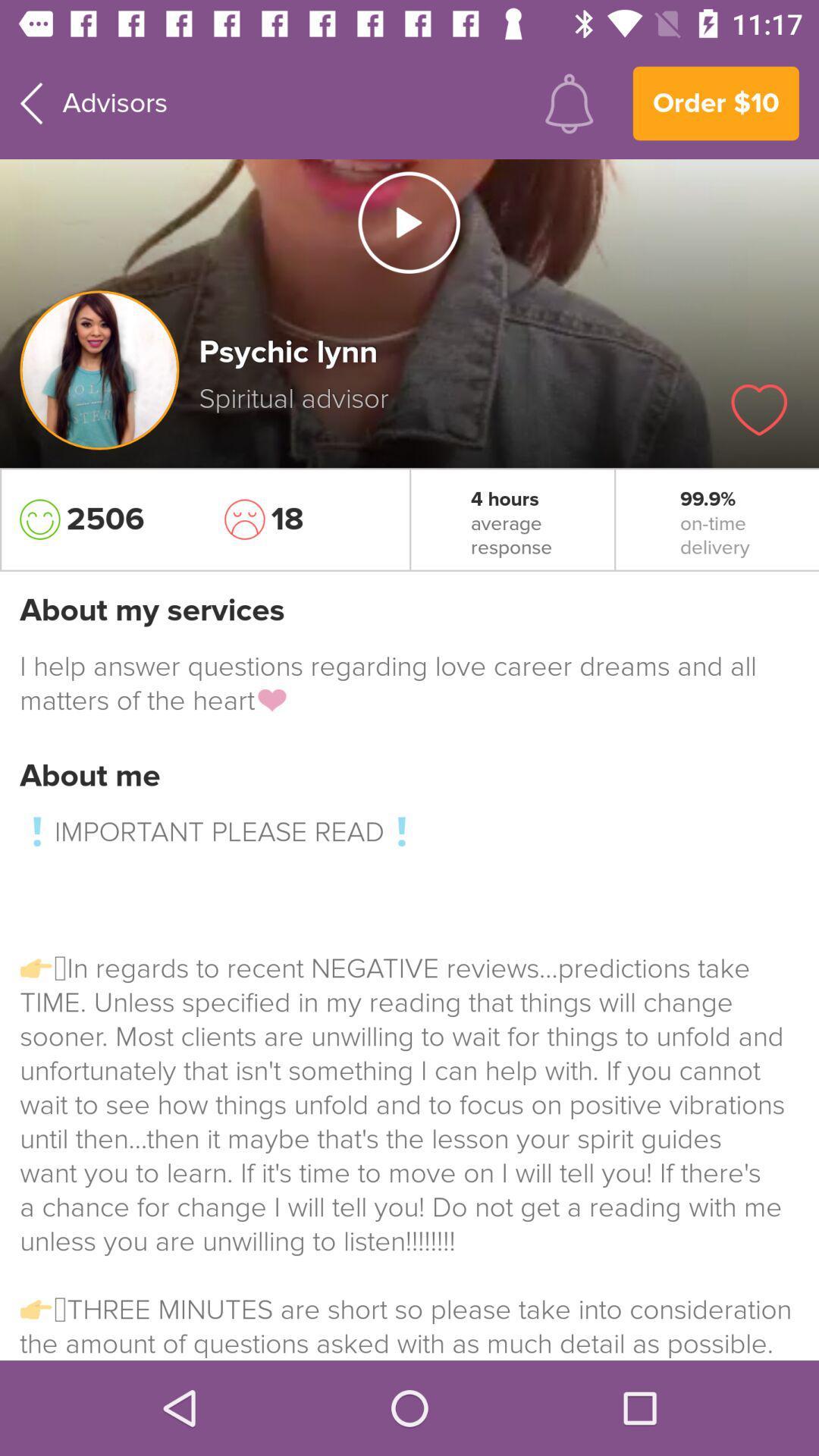 The height and width of the screenshot is (1456, 819). I want to click on this page, so click(759, 409).